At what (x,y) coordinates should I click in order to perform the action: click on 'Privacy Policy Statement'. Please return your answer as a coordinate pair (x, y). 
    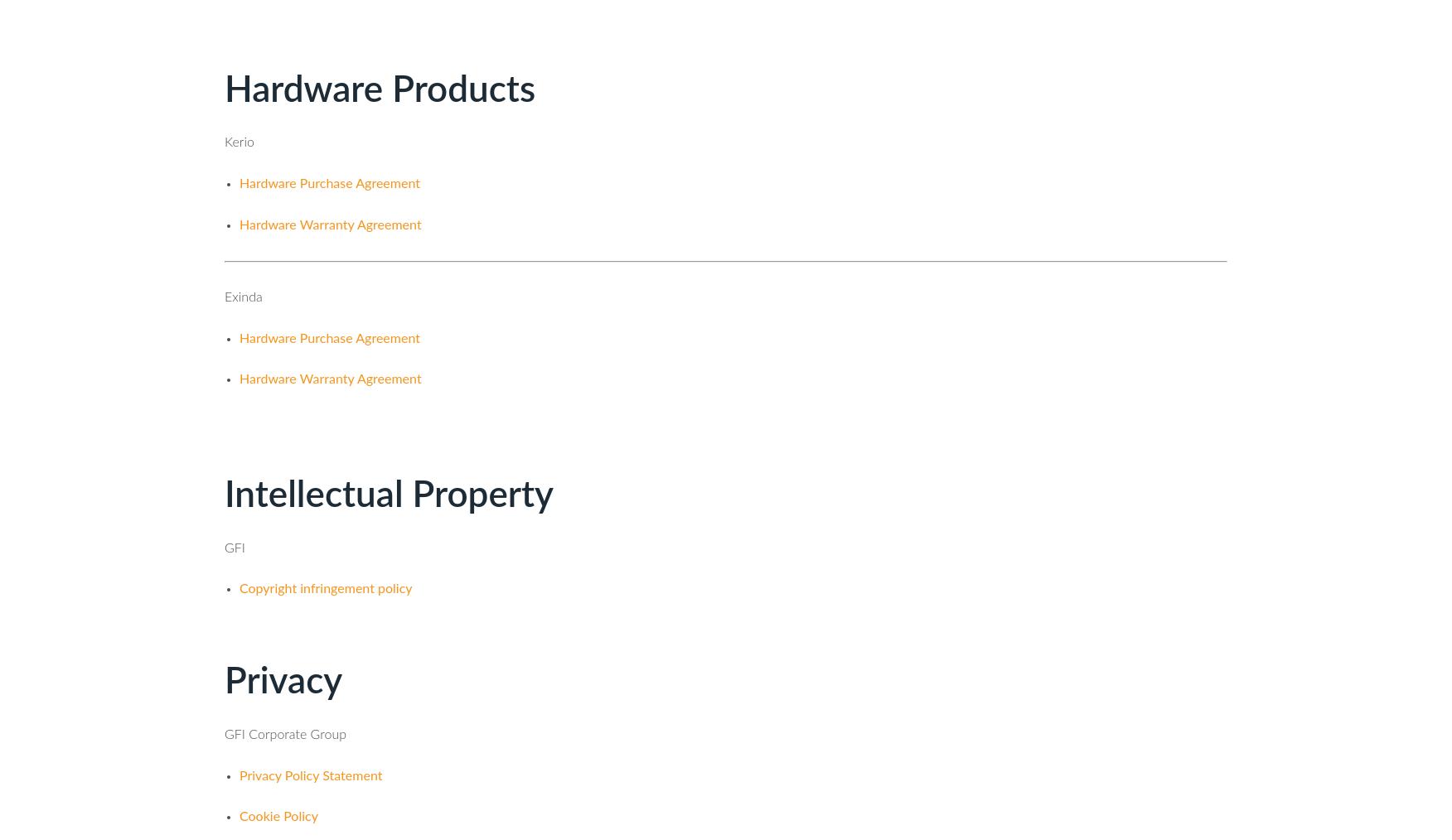
    Looking at the image, I should click on (309, 775).